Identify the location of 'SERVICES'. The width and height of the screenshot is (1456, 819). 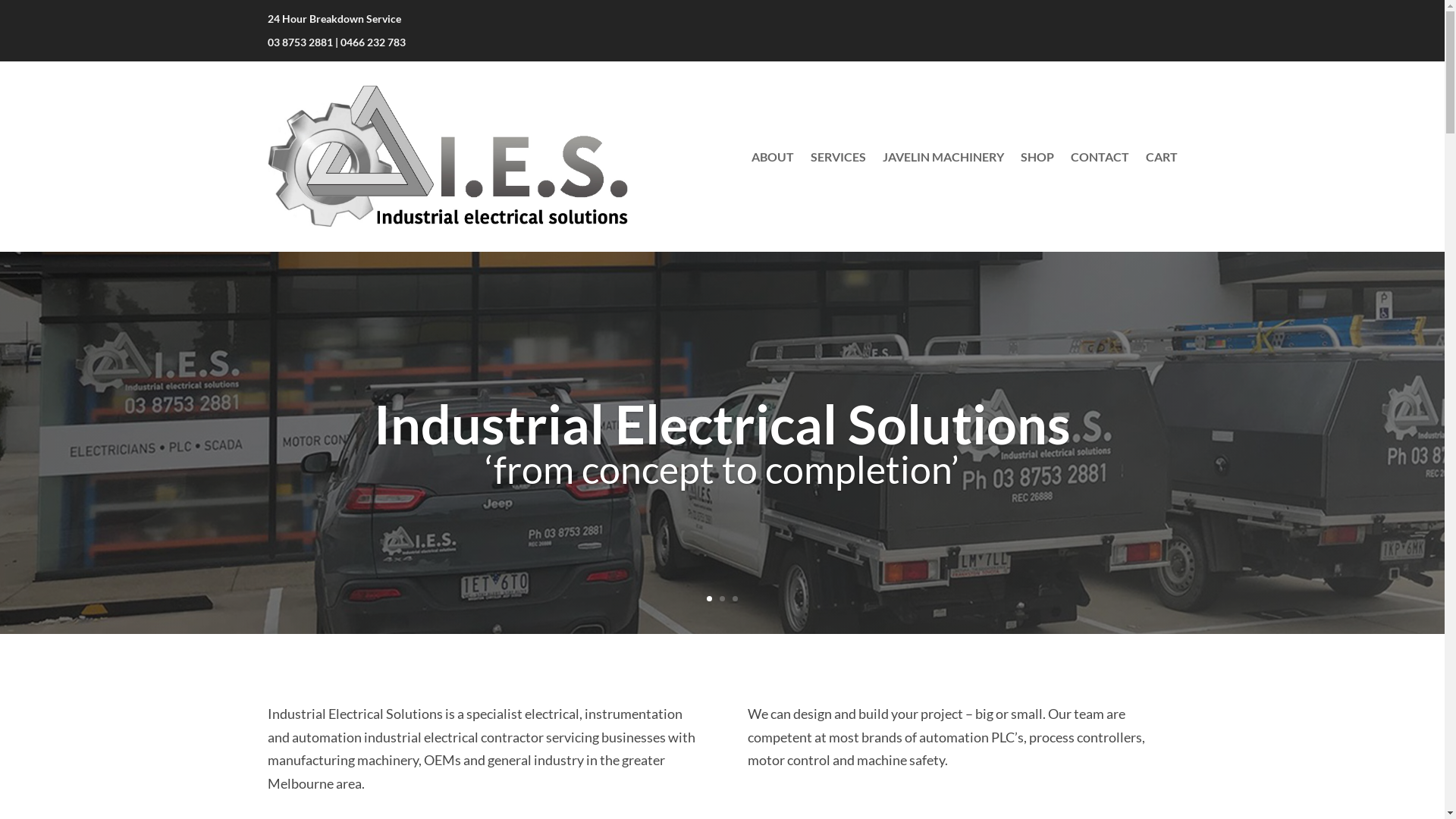
(836, 156).